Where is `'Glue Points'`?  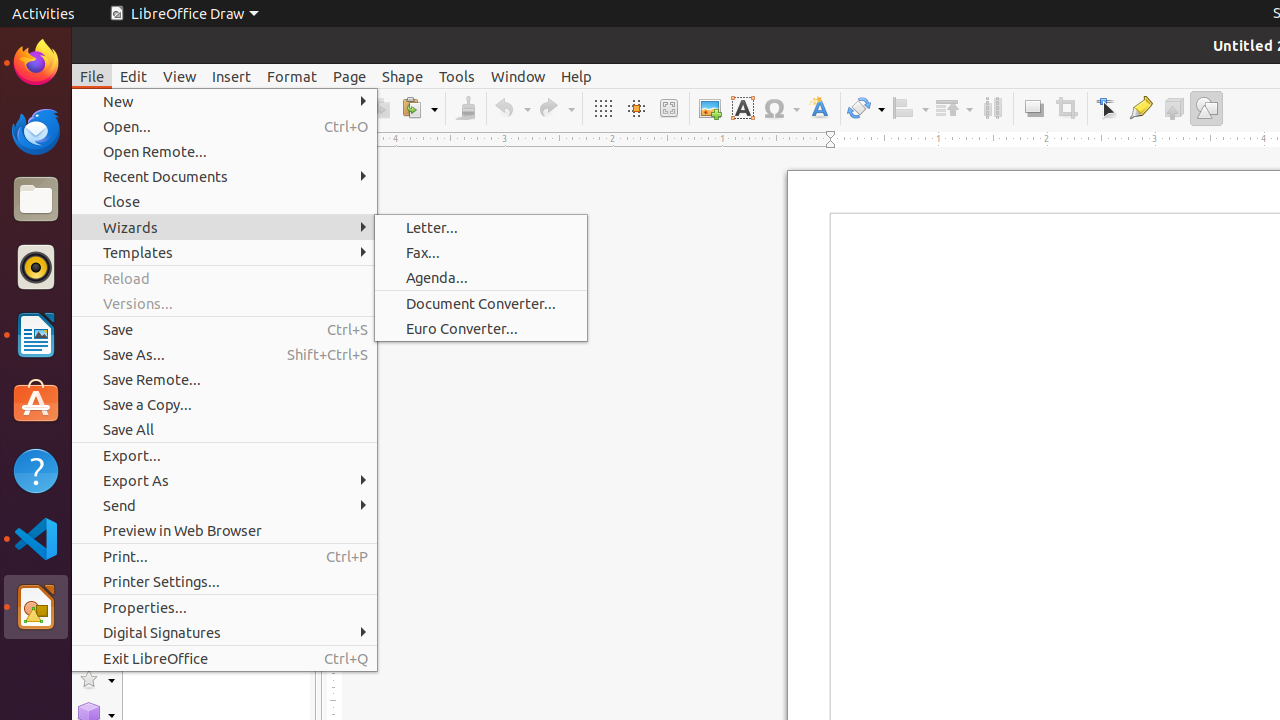
'Glue Points' is located at coordinates (1140, 108).